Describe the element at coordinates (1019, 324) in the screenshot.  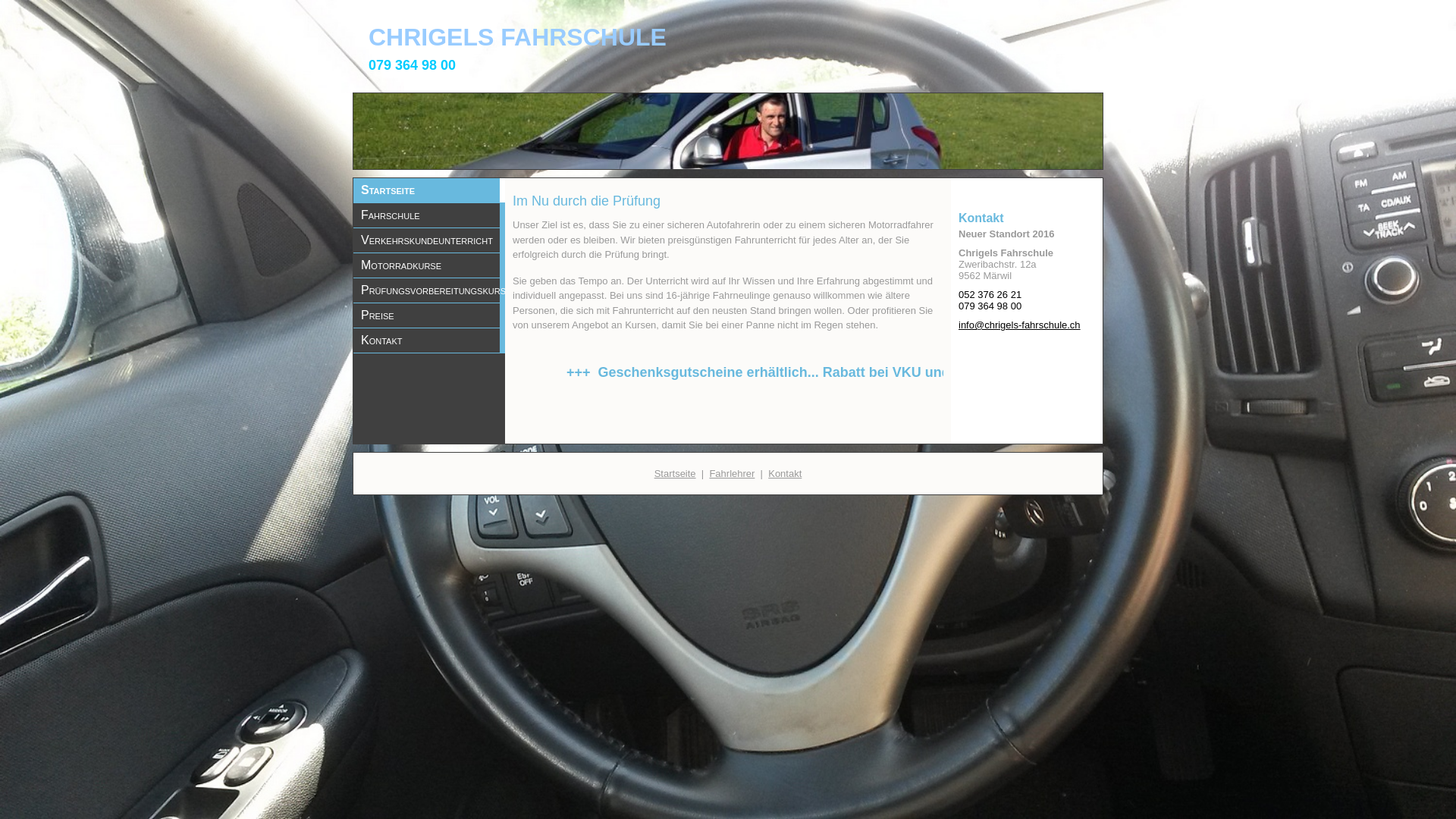
I see `'info@chrigels-fahrschule.ch'` at that location.